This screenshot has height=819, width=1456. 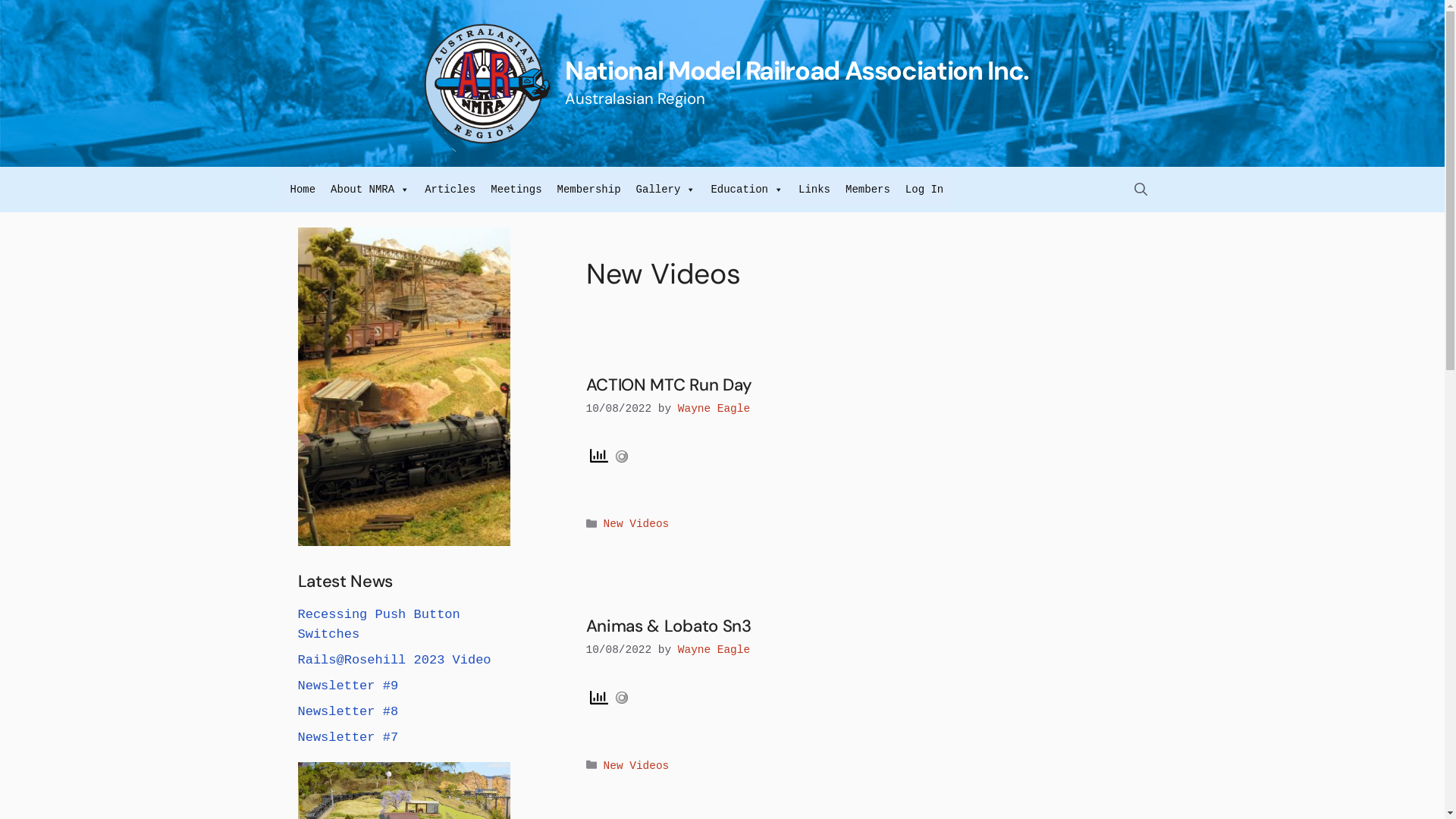 I want to click on 'Wayne Eagle', so click(x=676, y=648).